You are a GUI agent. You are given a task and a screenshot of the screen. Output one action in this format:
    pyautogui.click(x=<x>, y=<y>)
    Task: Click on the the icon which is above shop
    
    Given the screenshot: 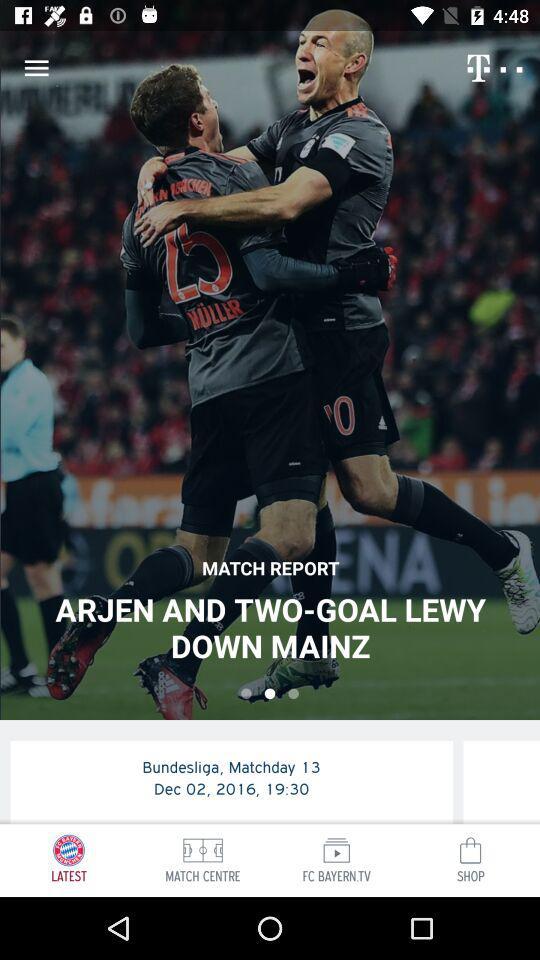 What is the action you would take?
    pyautogui.click(x=470, y=849)
    